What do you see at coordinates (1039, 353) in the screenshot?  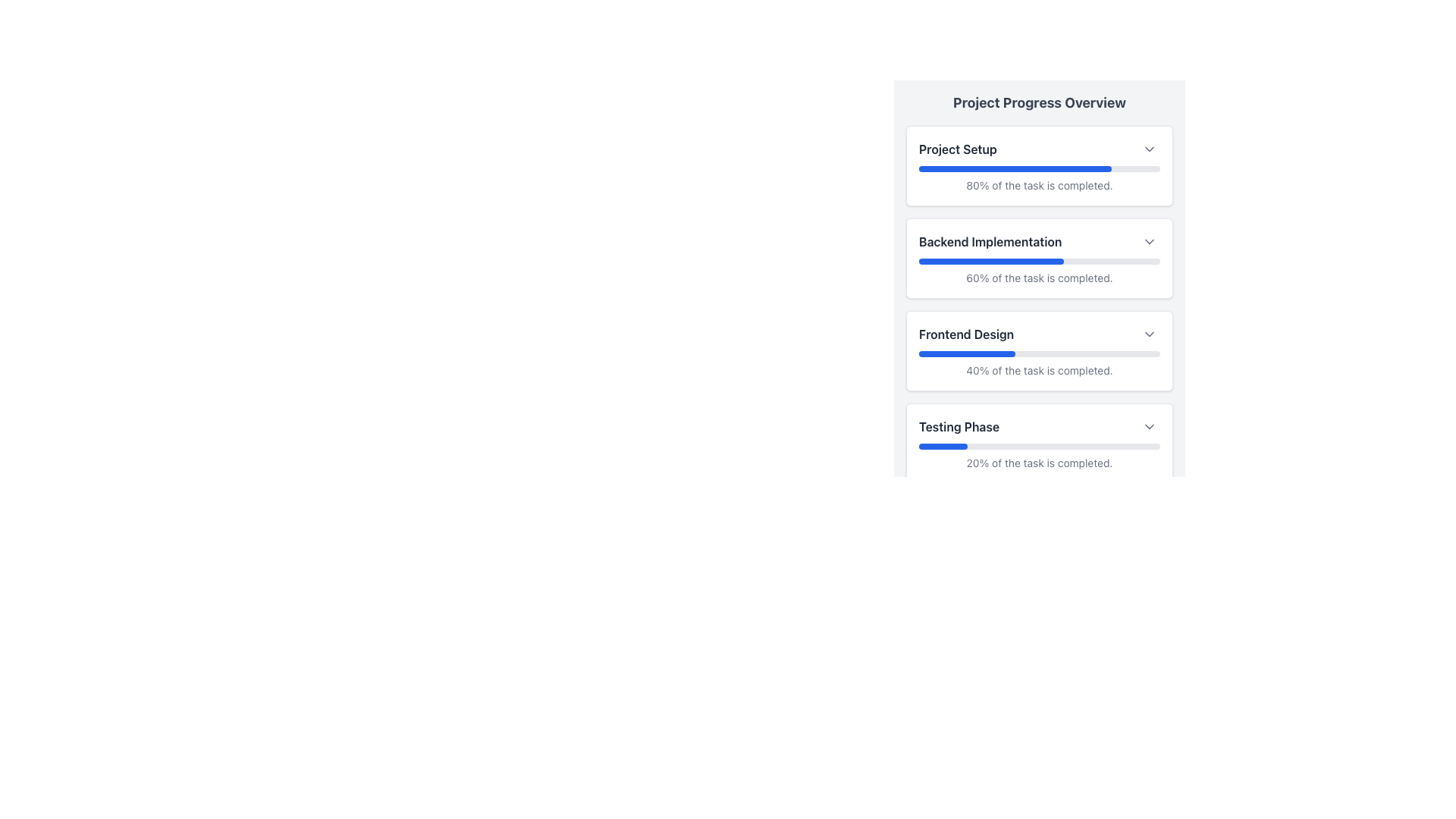 I see `the progress bar indicating 40% completion located within the 'Frontend Design' card, positioned directly below the title 'Frontend Design'` at bounding box center [1039, 353].